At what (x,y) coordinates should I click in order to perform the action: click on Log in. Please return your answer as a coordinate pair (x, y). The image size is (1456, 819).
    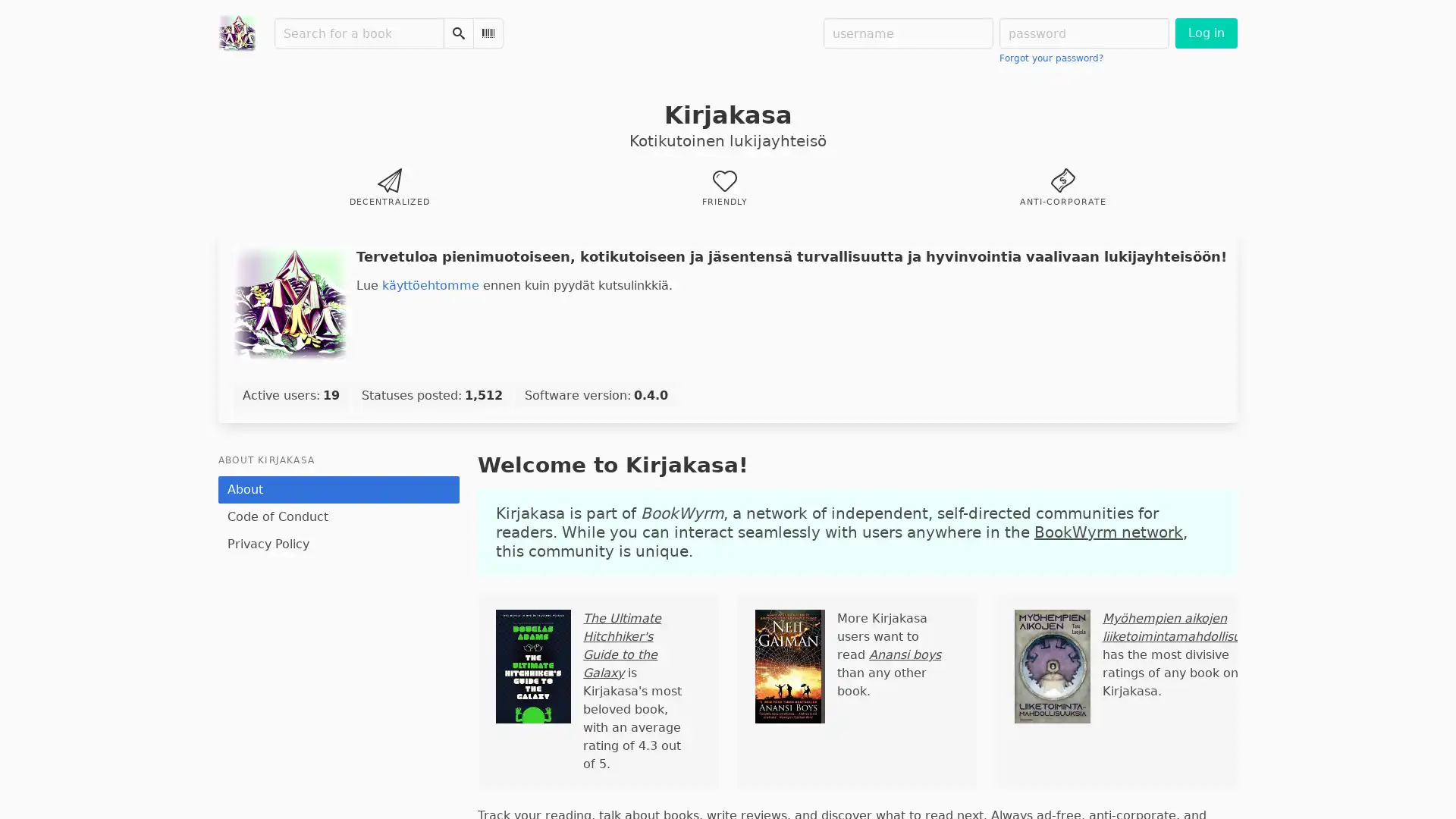
    Looking at the image, I should click on (1205, 33).